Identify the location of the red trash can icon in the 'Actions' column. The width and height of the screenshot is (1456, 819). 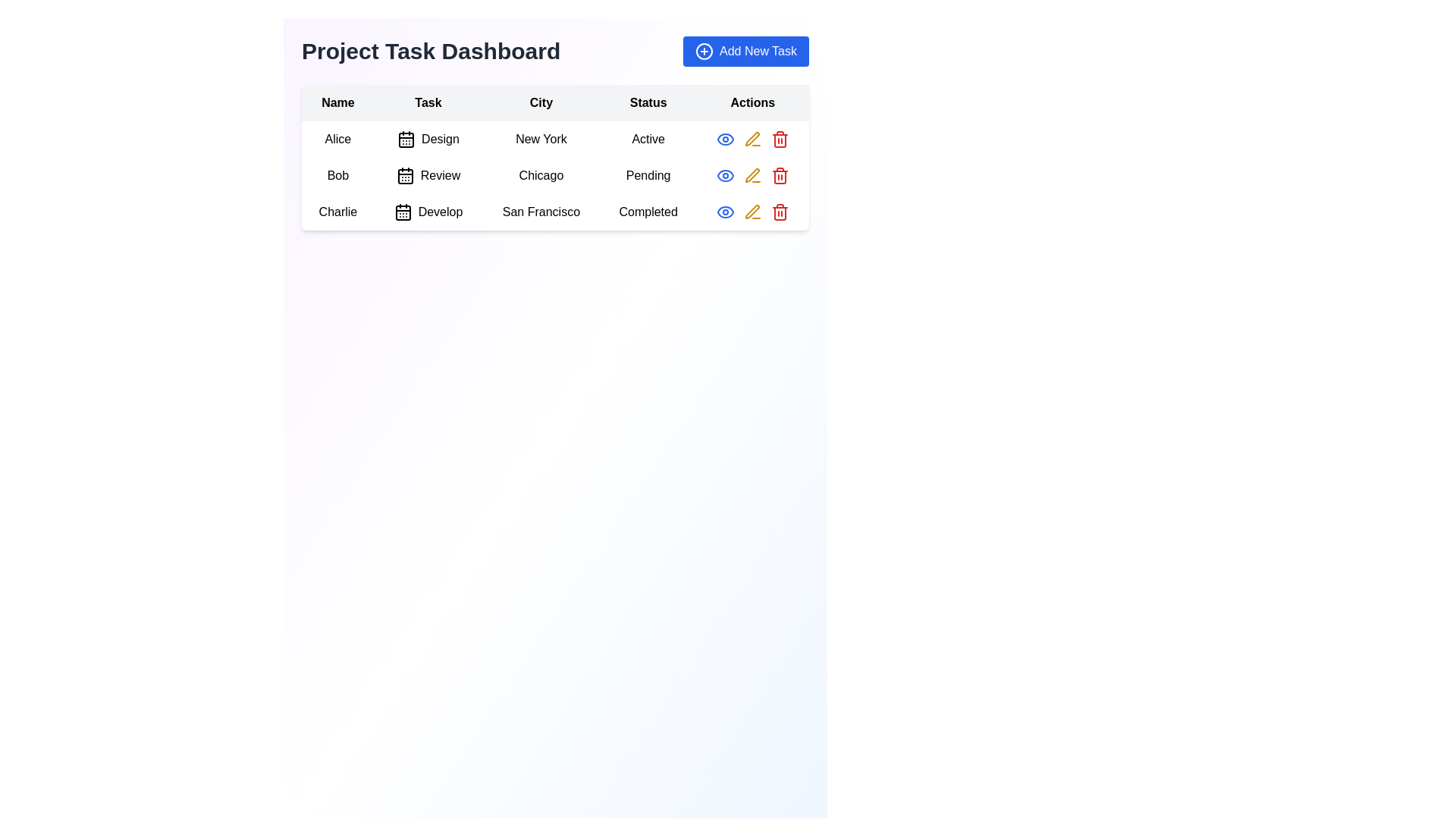
(780, 212).